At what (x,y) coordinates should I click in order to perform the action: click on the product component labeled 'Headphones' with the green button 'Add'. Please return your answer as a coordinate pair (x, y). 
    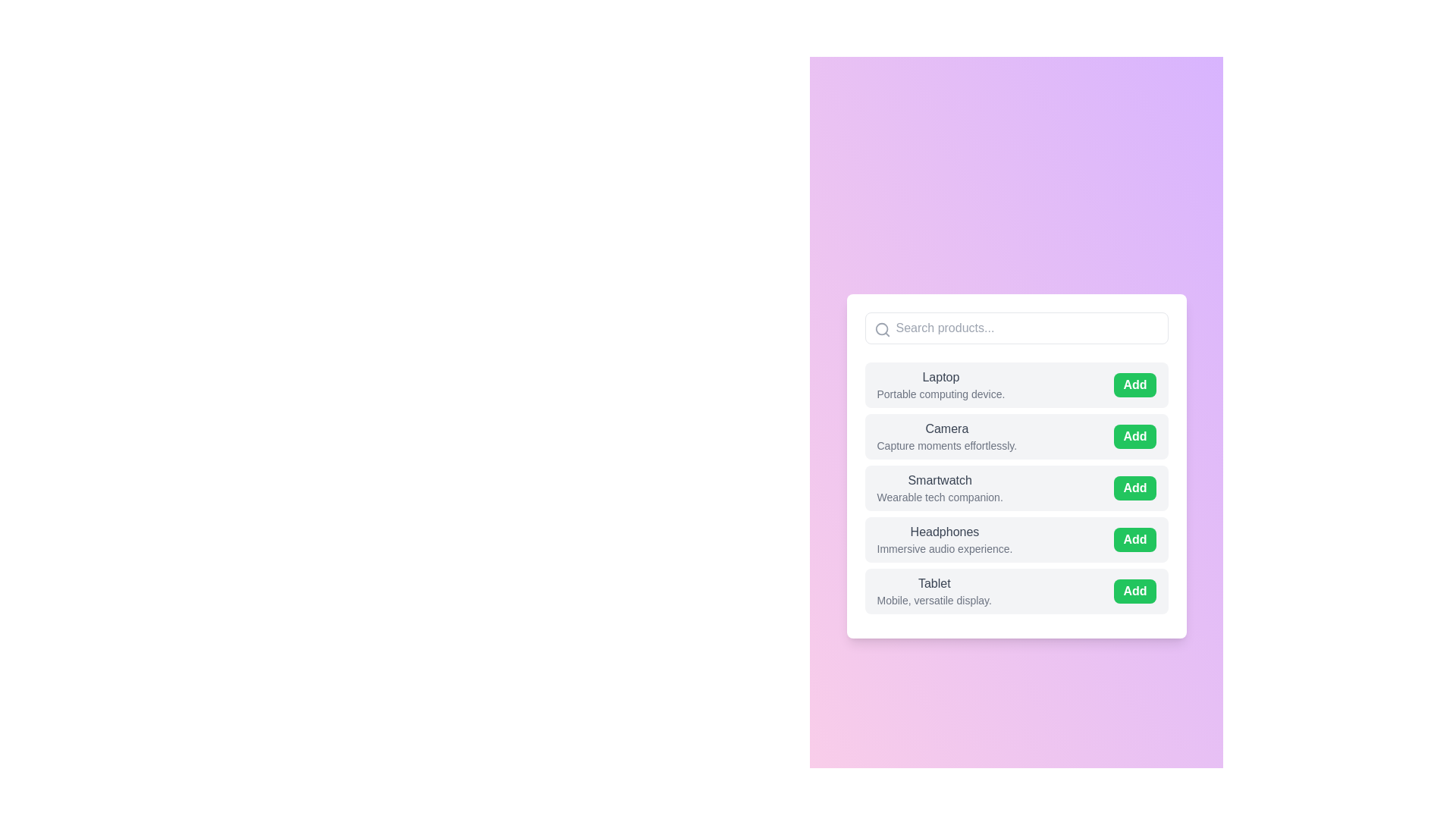
    Looking at the image, I should click on (1016, 539).